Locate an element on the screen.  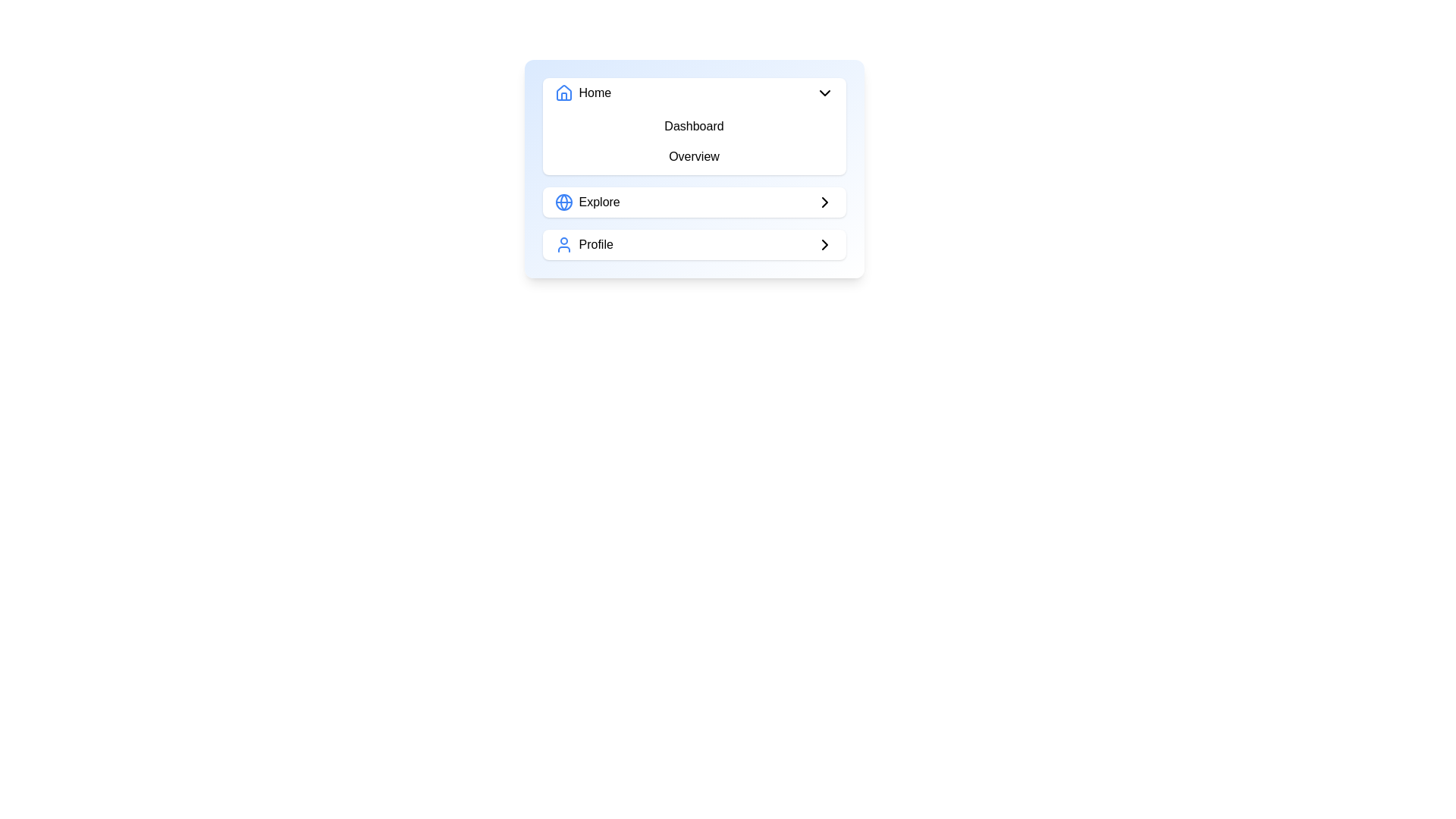
the navigation icon located to the far right of the 'Explore' section is located at coordinates (824, 201).